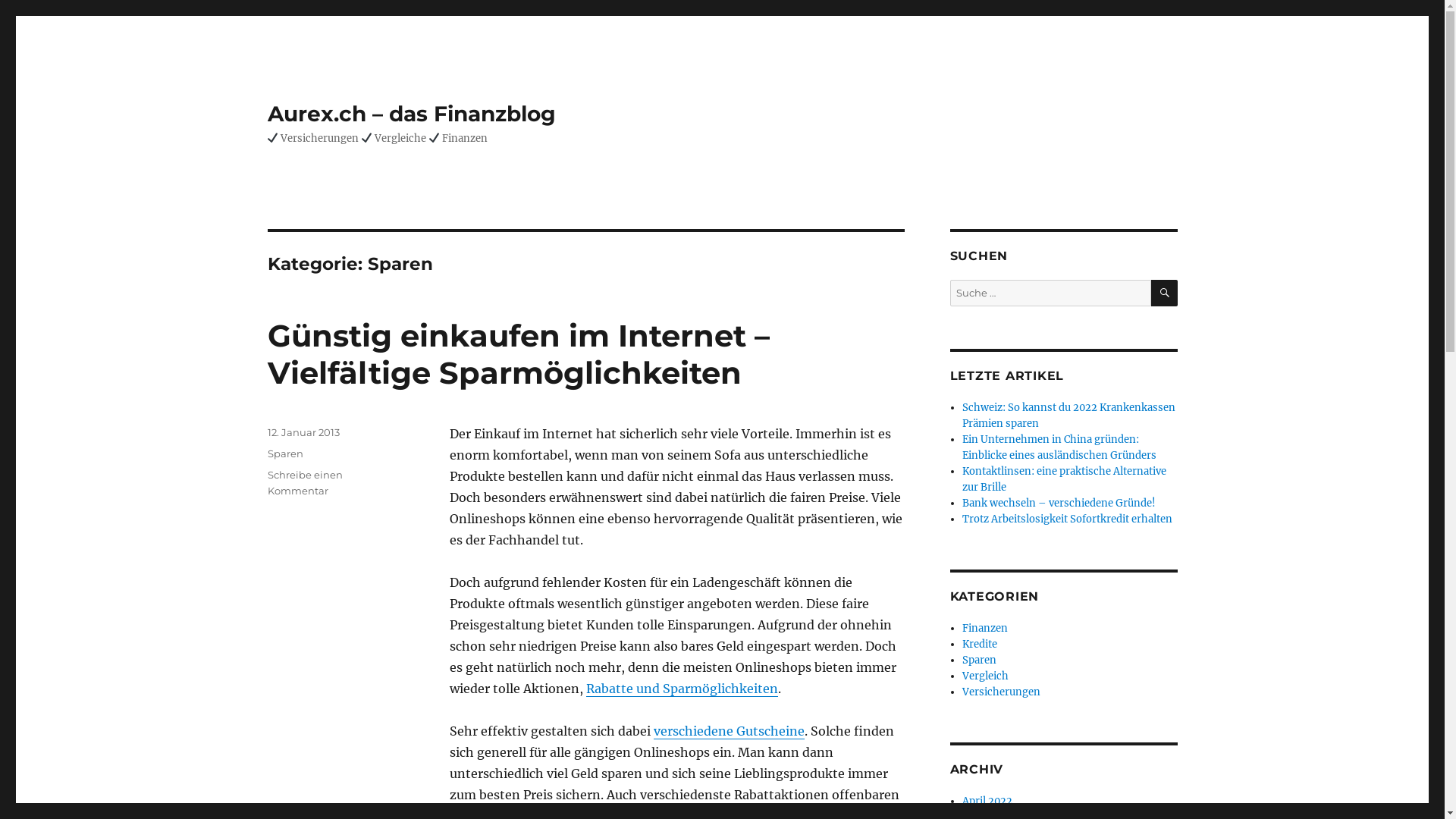 The height and width of the screenshot is (819, 1456). Describe the element at coordinates (979, 659) in the screenshot. I see `'Sparen'` at that location.